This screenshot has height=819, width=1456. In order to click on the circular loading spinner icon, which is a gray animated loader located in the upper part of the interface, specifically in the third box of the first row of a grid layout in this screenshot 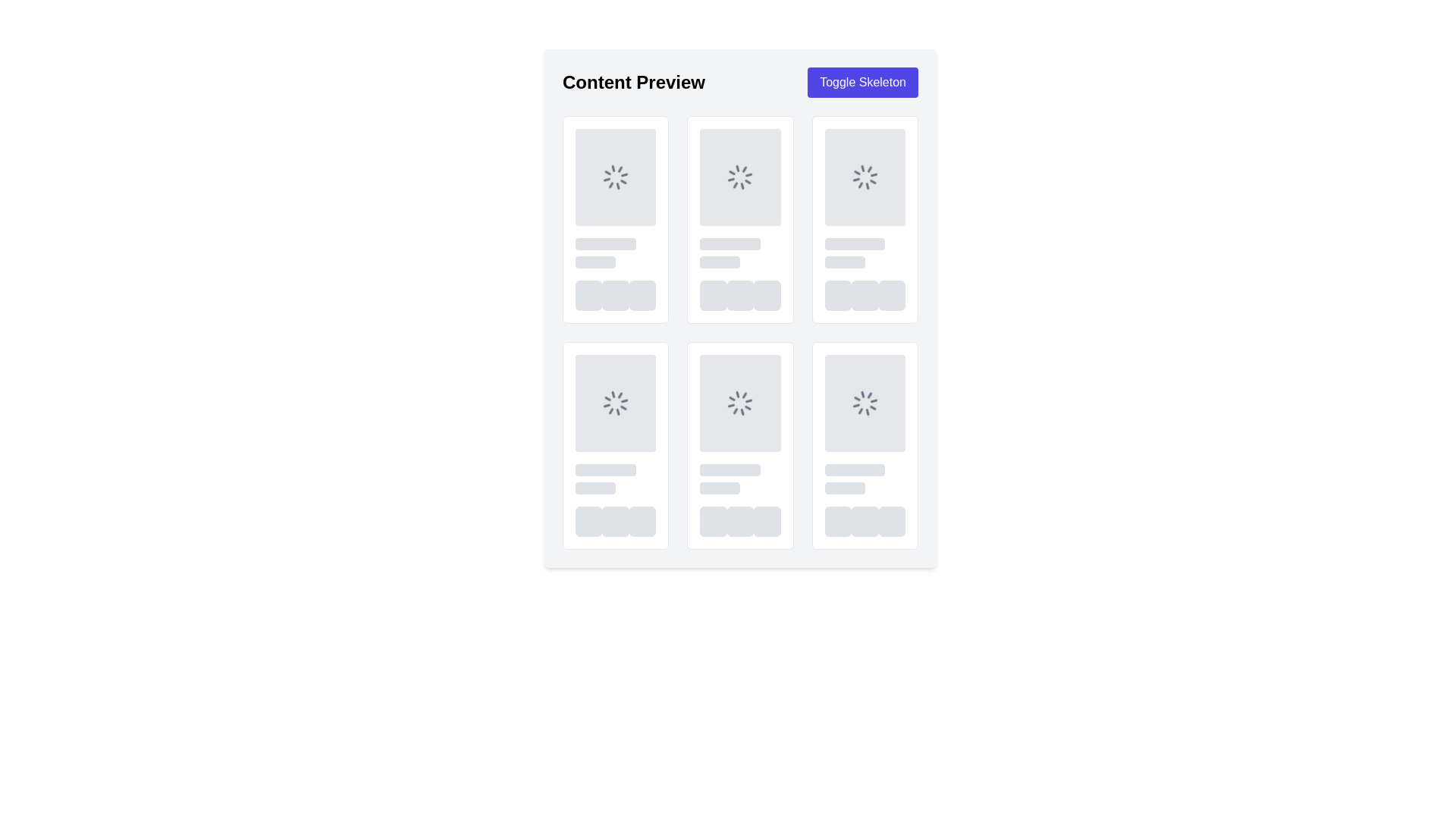, I will do `click(864, 177)`.